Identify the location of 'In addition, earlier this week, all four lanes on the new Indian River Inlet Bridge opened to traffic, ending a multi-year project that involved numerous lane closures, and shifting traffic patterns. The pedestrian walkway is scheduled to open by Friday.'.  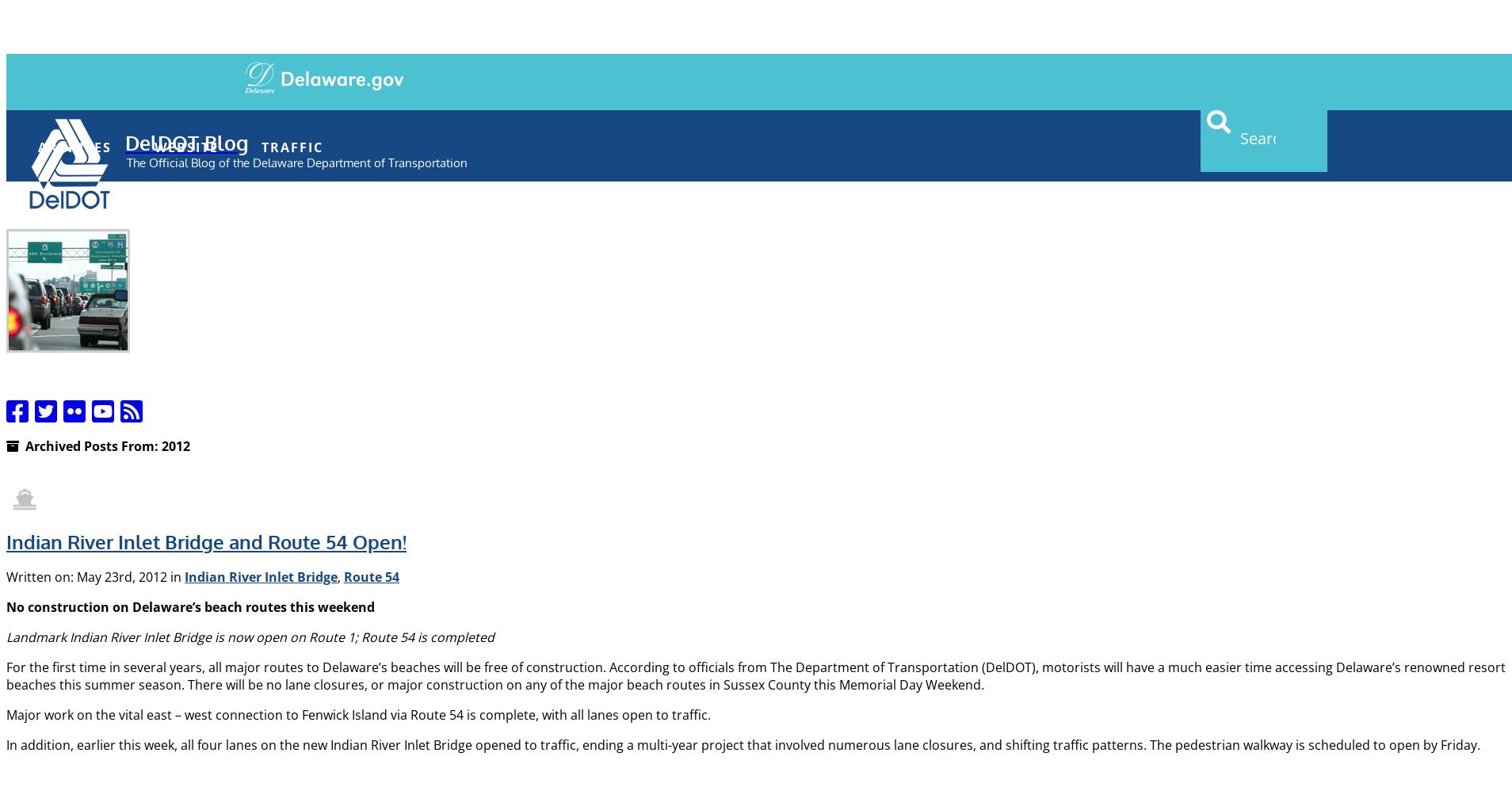
(743, 744).